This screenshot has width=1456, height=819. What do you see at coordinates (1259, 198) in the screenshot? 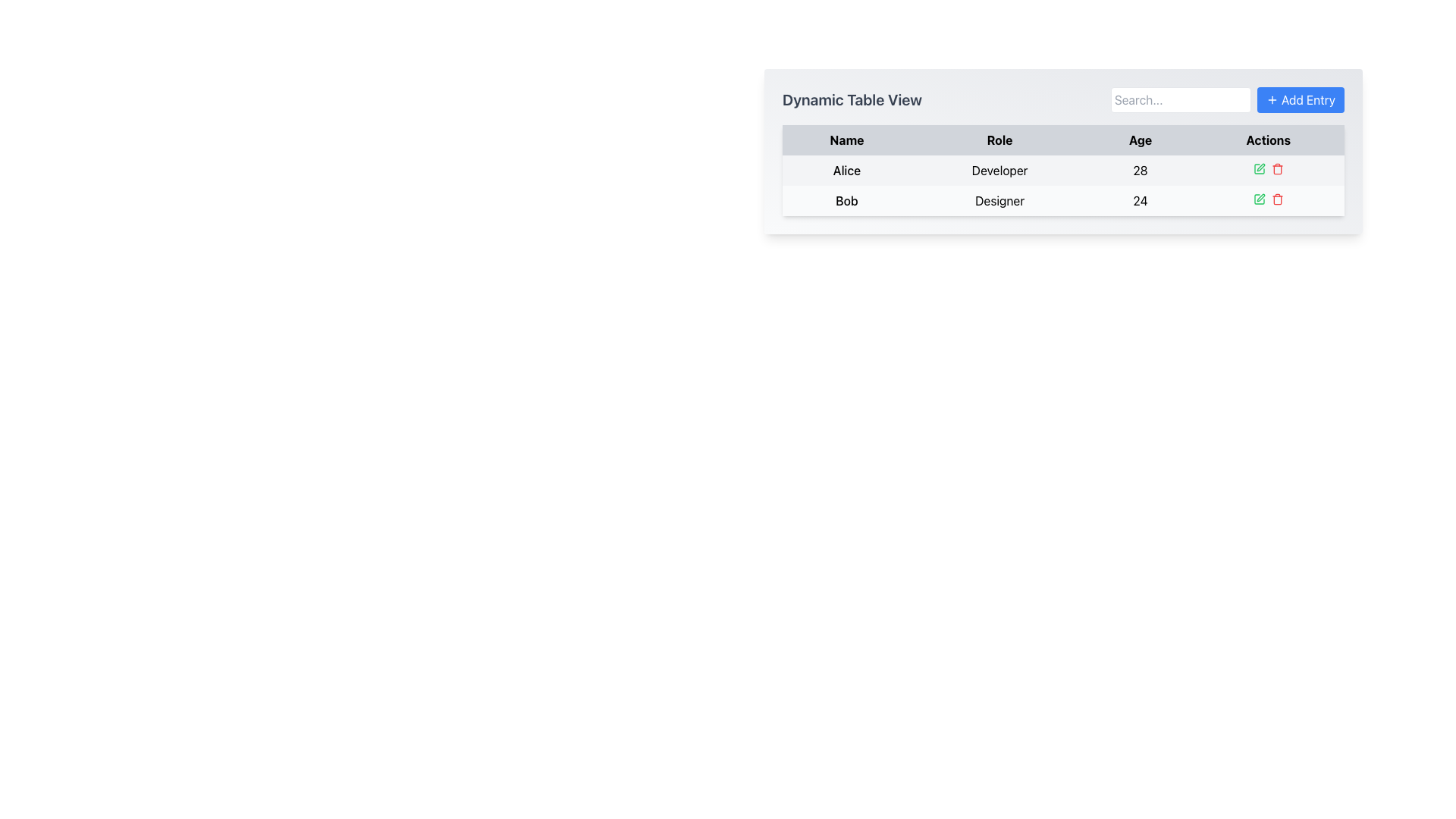
I see `the edit icon button associated with the second row of the table under the 'Actions' column` at bounding box center [1259, 198].